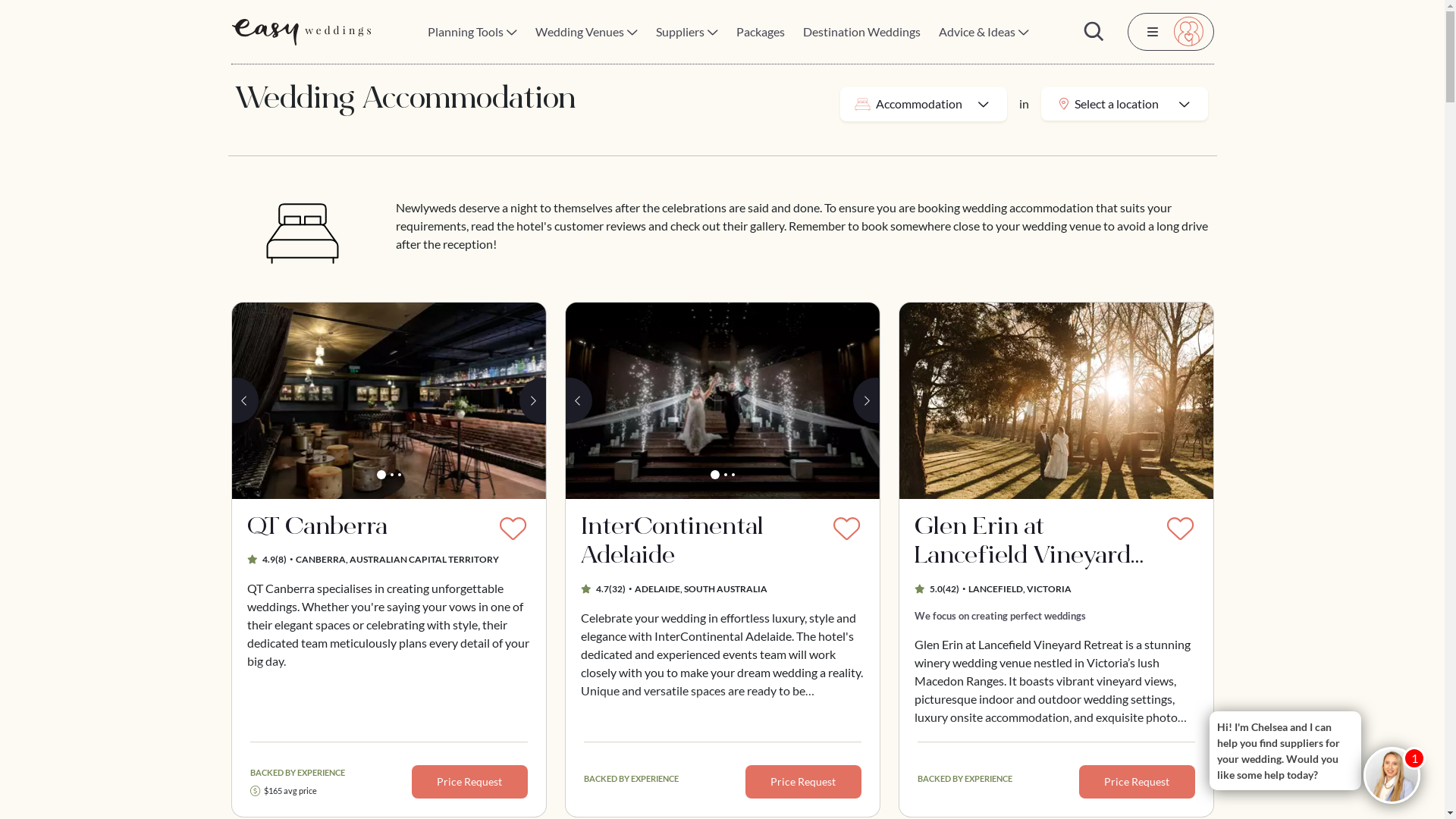  What do you see at coordinates (1137, 781) in the screenshot?
I see `'Price Request'` at bounding box center [1137, 781].